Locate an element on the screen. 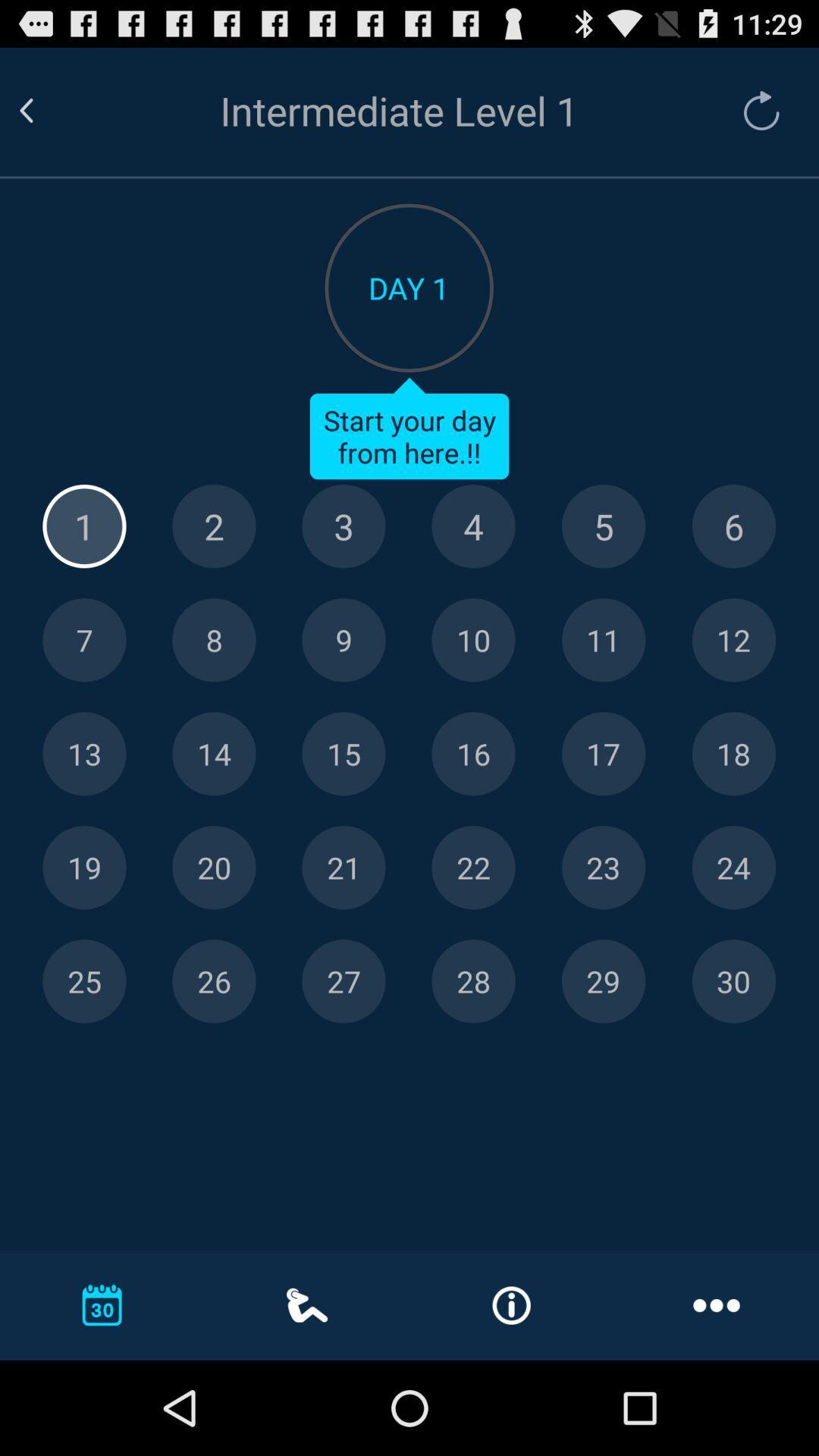 The width and height of the screenshot is (819, 1456). day 20 is located at coordinates (214, 868).